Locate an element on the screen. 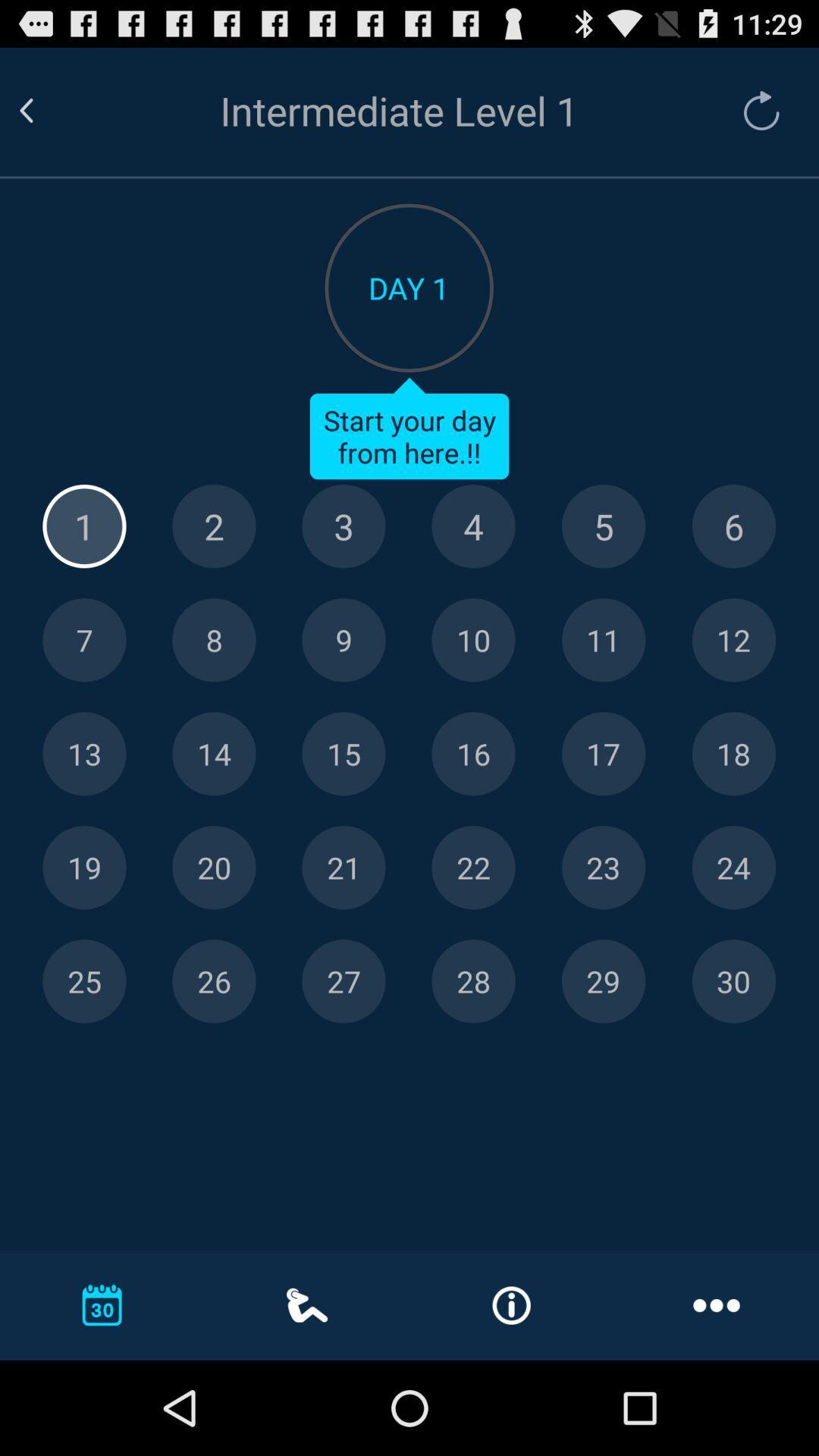 The width and height of the screenshot is (819, 1456). day 20 is located at coordinates (214, 868).